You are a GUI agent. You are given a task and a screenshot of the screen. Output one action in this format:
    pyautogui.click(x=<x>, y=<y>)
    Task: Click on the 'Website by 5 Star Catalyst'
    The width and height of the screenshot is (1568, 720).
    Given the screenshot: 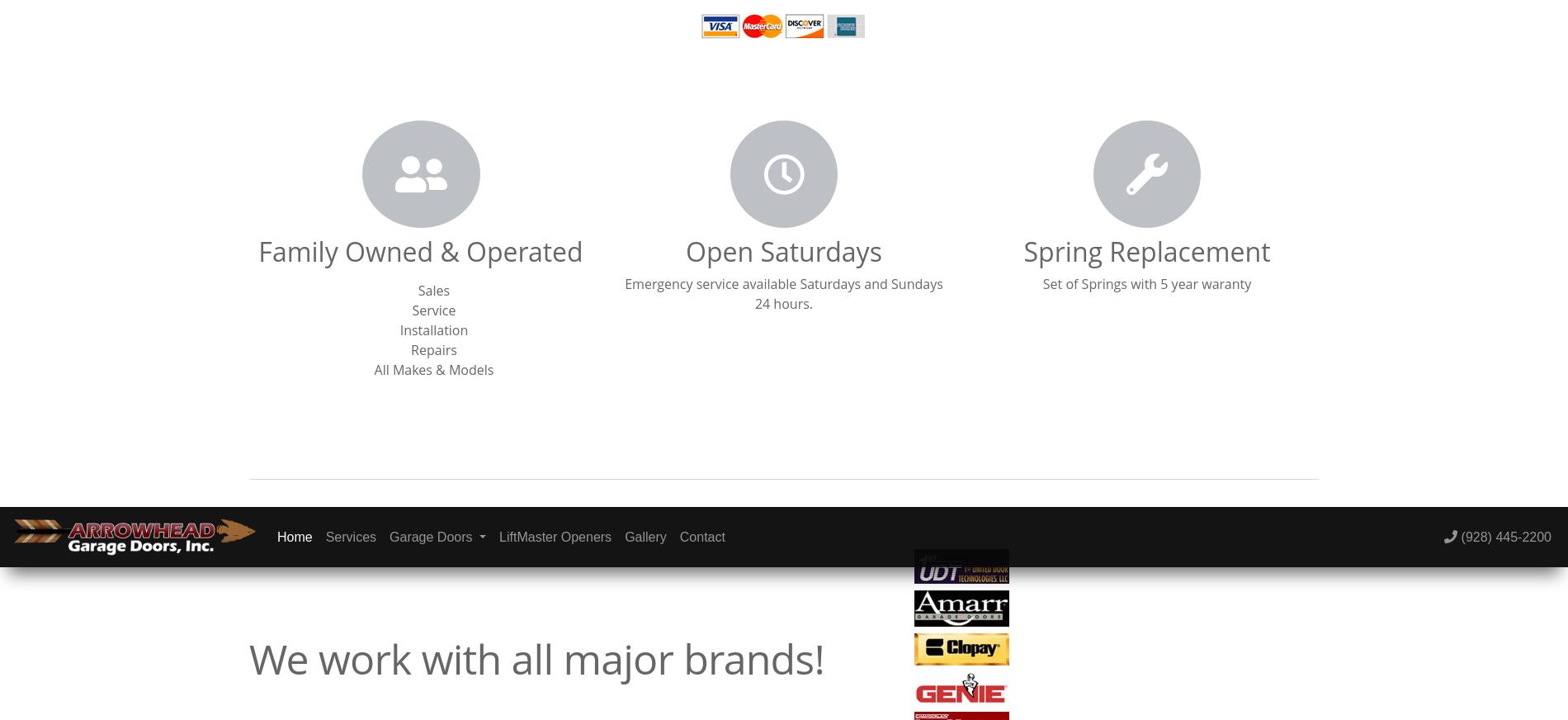 What is the action you would take?
    pyautogui.click(x=723, y=189)
    